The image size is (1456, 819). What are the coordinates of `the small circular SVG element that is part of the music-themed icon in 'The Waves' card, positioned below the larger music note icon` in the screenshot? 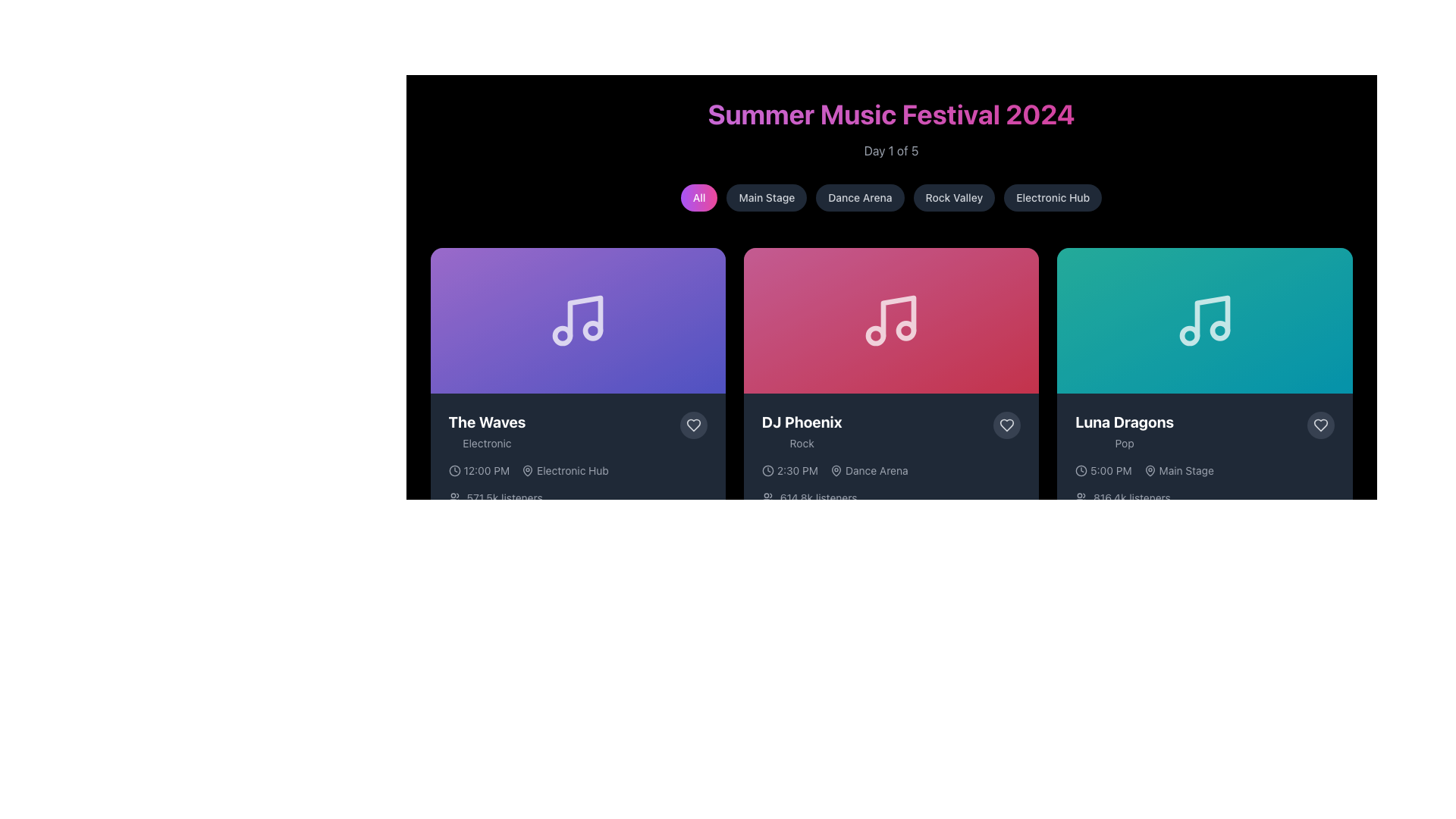 It's located at (562, 335).